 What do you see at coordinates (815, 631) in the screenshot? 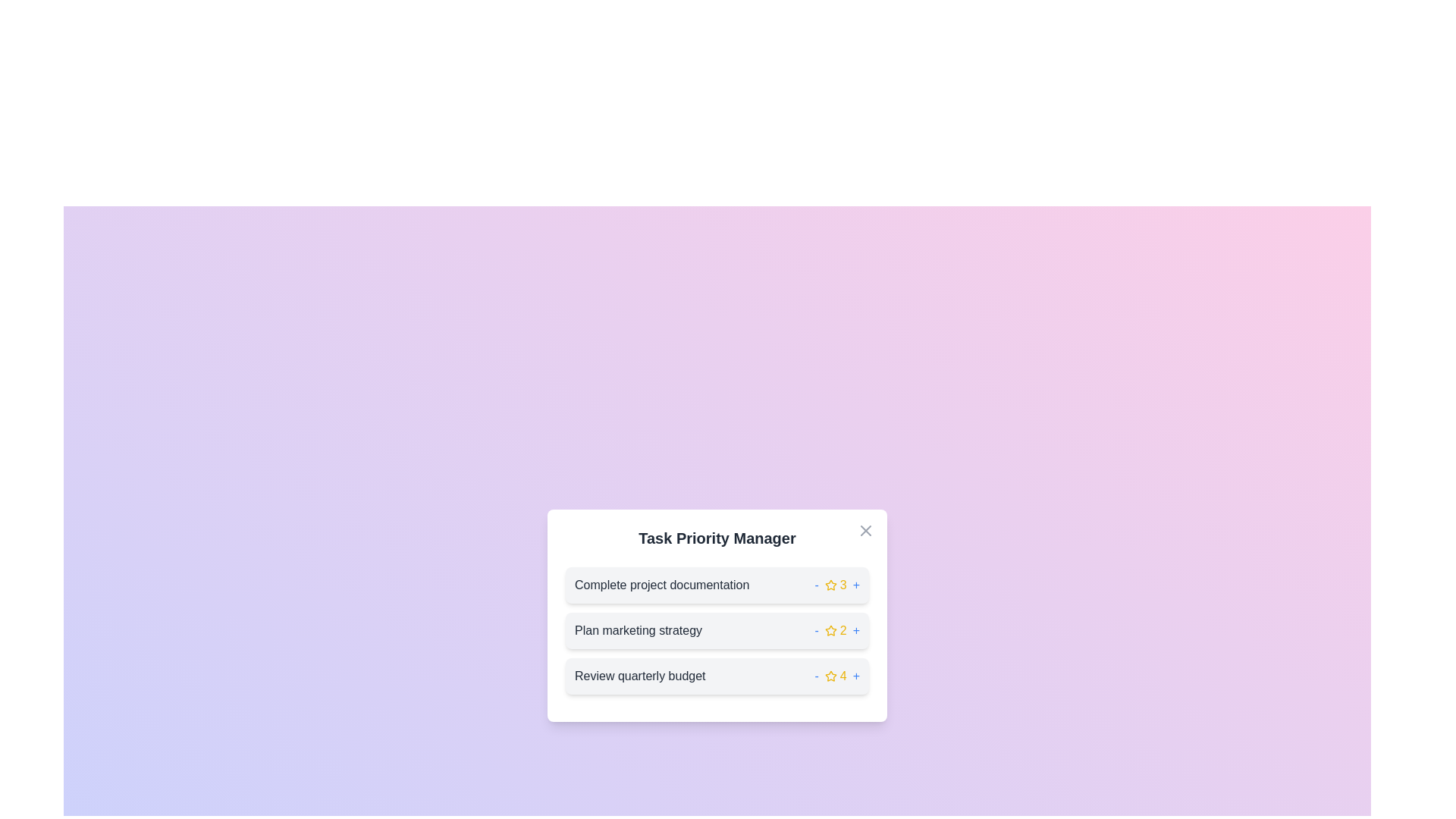
I see `minus button next to the task 'Plan marketing strategy' to decrease its priority` at bounding box center [815, 631].